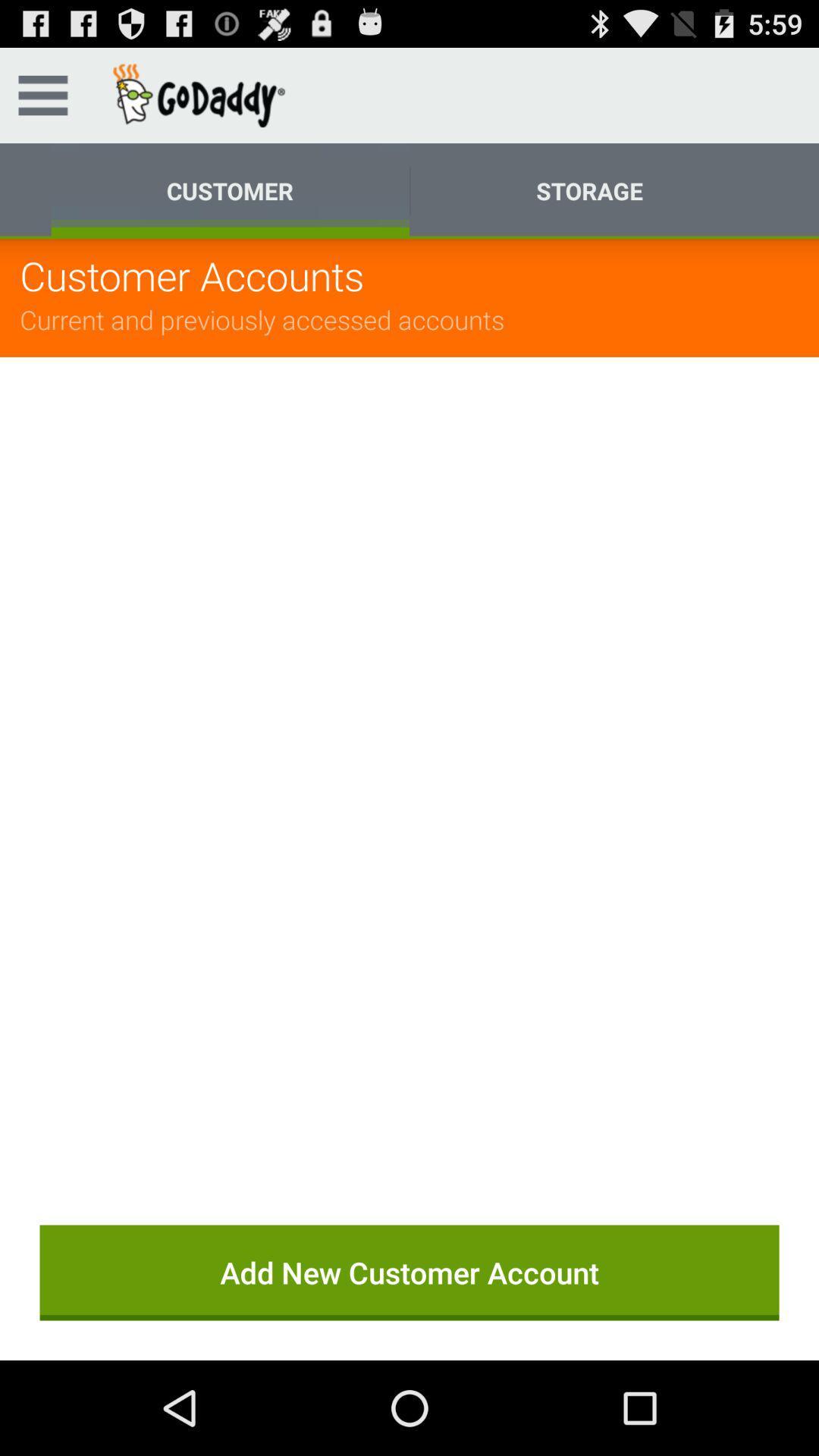  What do you see at coordinates (409, 1272) in the screenshot?
I see `the button at the bottom` at bounding box center [409, 1272].